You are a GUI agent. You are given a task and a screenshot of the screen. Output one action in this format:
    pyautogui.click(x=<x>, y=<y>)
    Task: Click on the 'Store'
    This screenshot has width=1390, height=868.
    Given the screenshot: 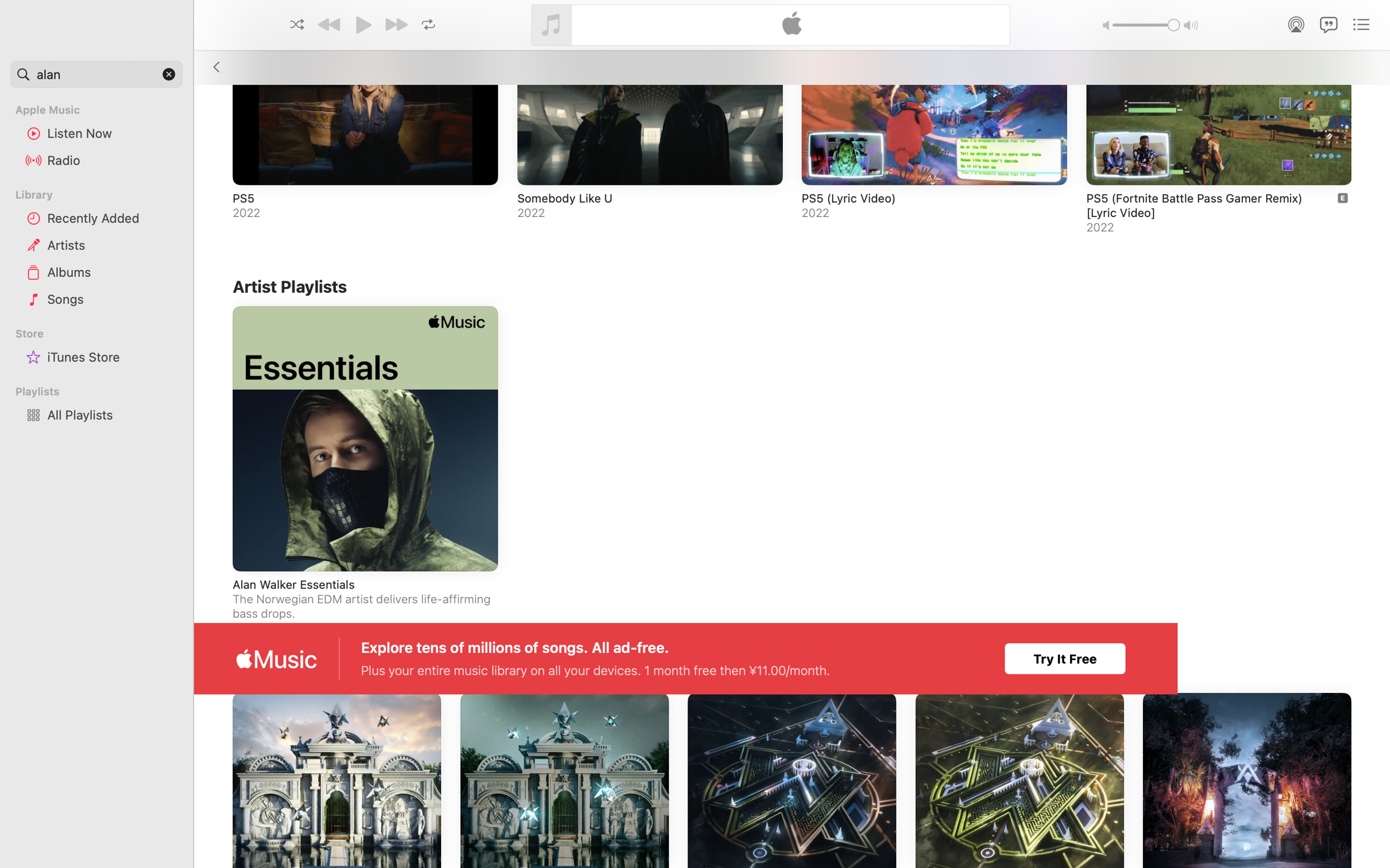 What is the action you would take?
    pyautogui.click(x=101, y=333)
    